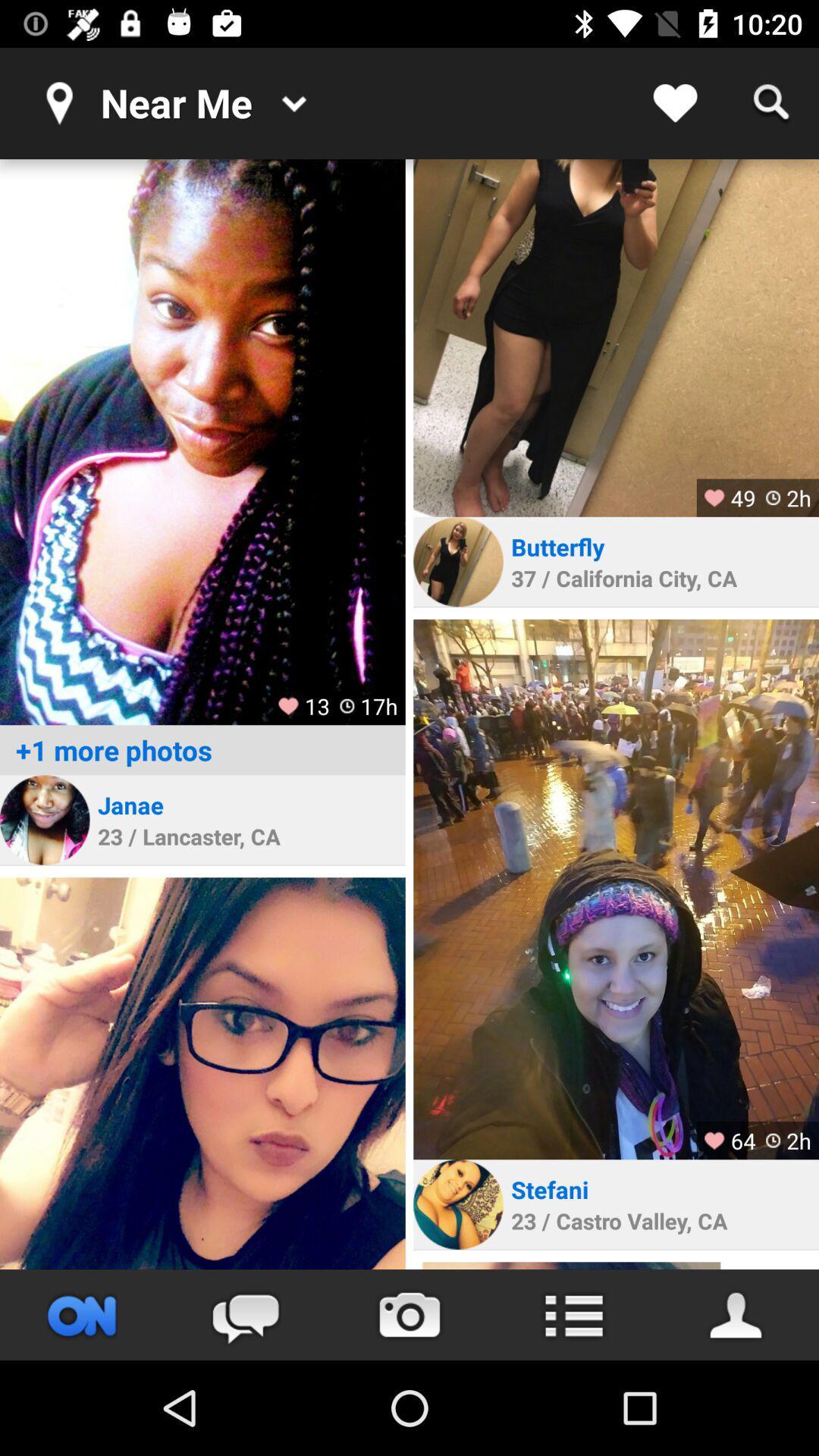  What do you see at coordinates (409, 1314) in the screenshot?
I see `take picture` at bounding box center [409, 1314].